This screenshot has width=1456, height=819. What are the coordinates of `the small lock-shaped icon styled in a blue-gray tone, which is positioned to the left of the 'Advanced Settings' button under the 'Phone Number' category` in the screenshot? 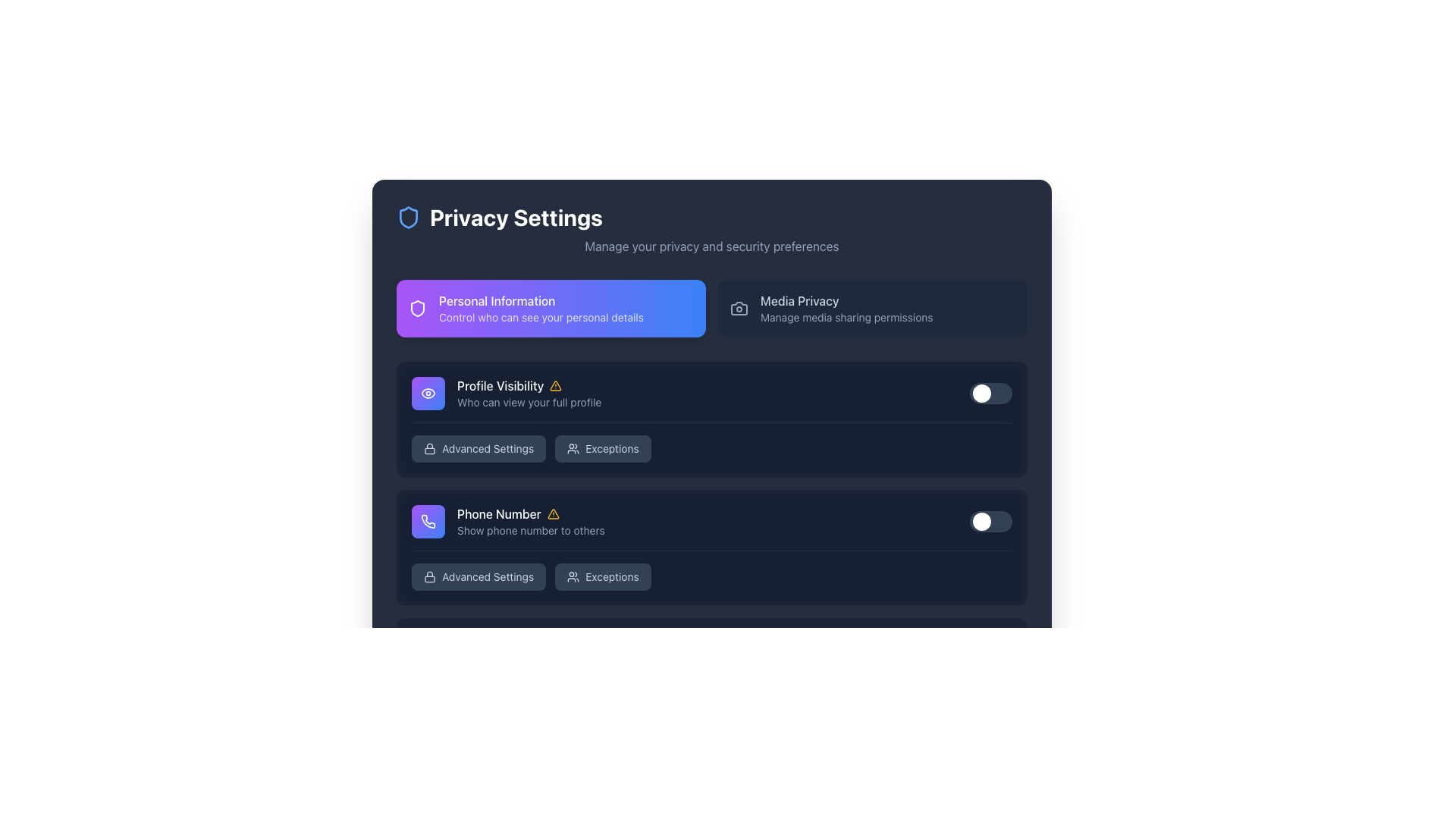 It's located at (428, 576).